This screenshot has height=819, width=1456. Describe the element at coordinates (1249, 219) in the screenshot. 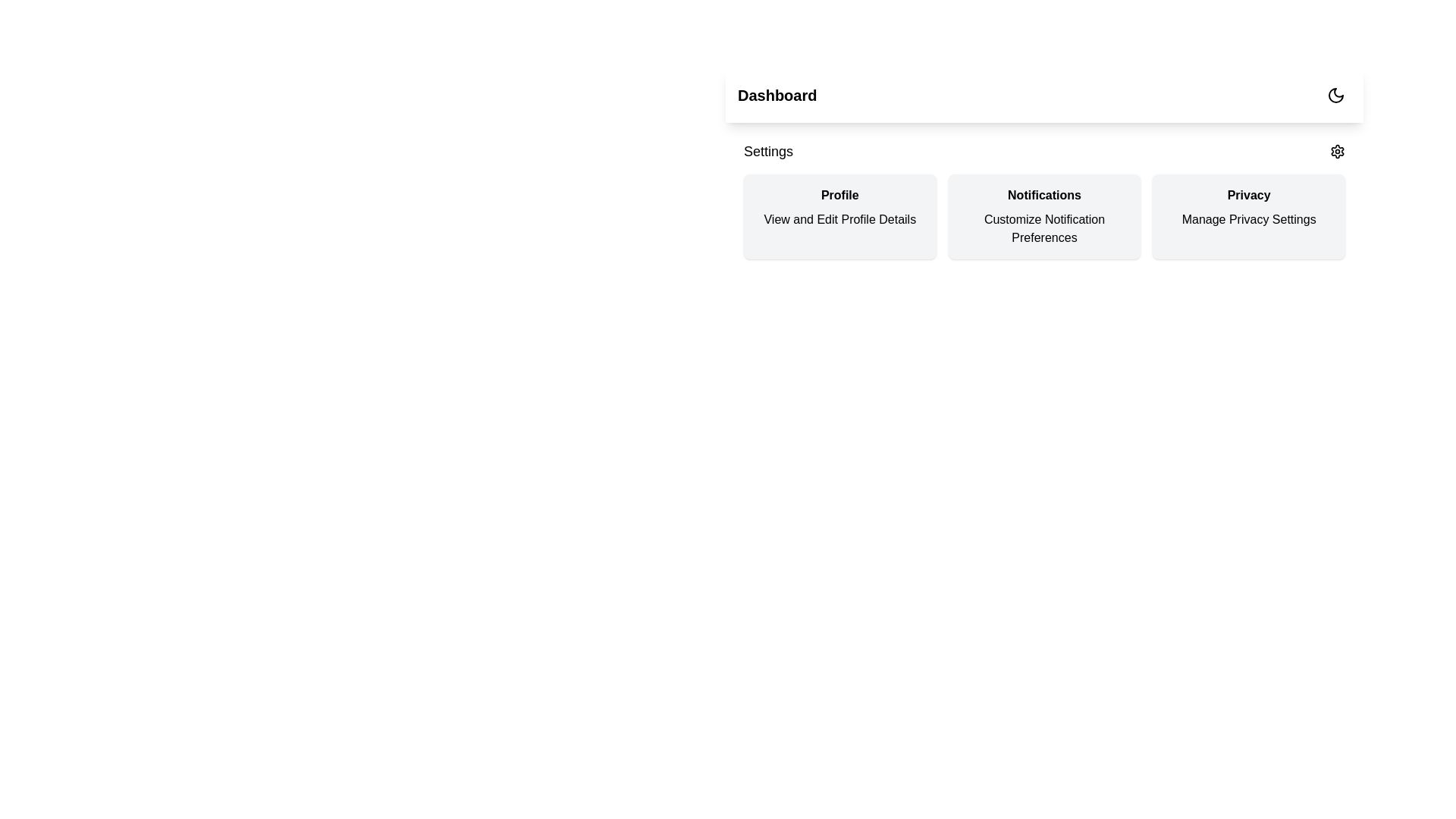

I see `the second text element within the 'Privacy' card that labels the action or topic of managing privacy settings` at that location.